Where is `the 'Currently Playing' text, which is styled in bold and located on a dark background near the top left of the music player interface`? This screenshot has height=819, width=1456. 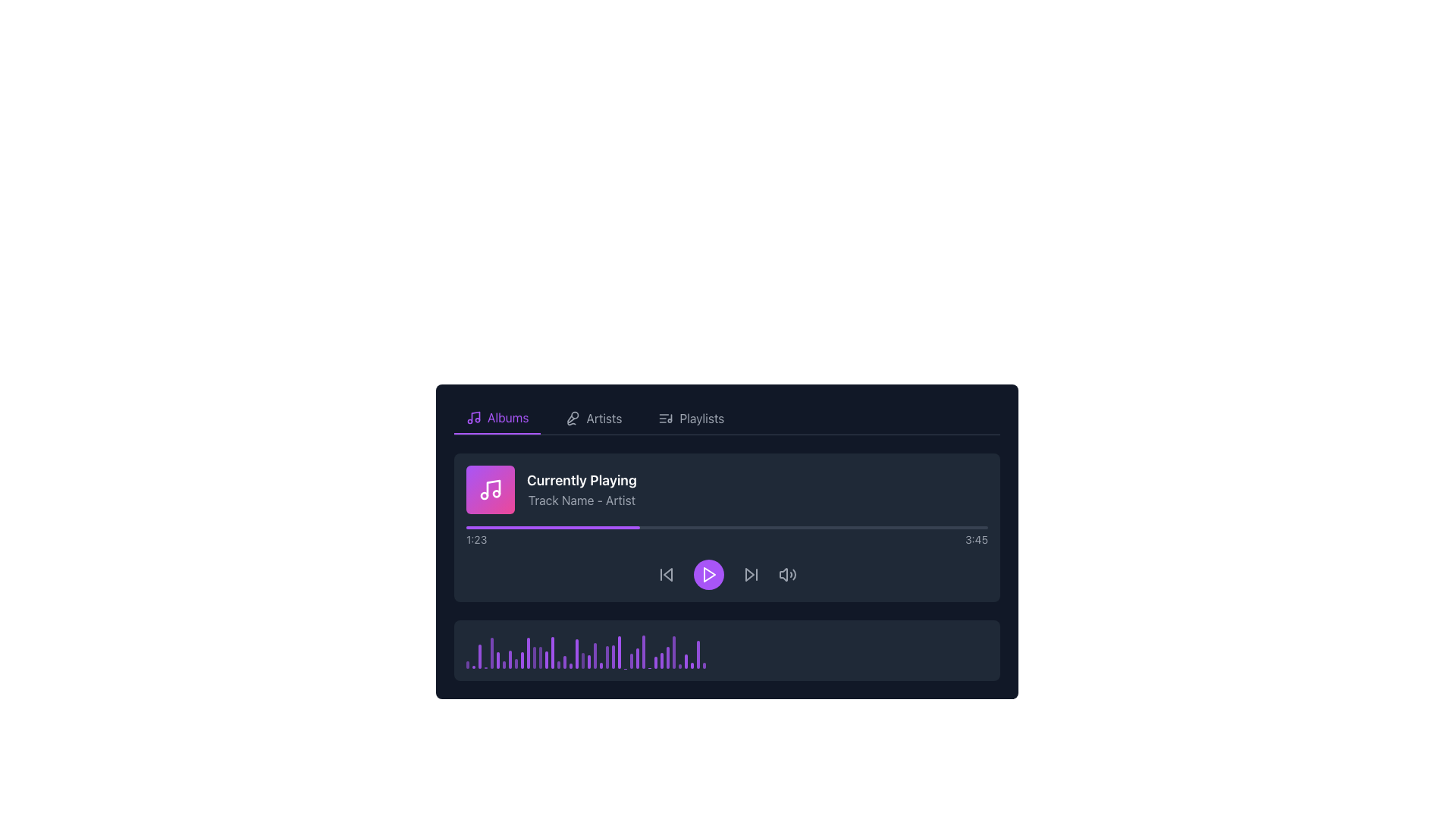 the 'Currently Playing' text, which is styled in bold and located on a dark background near the top left of the music player interface is located at coordinates (581, 480).